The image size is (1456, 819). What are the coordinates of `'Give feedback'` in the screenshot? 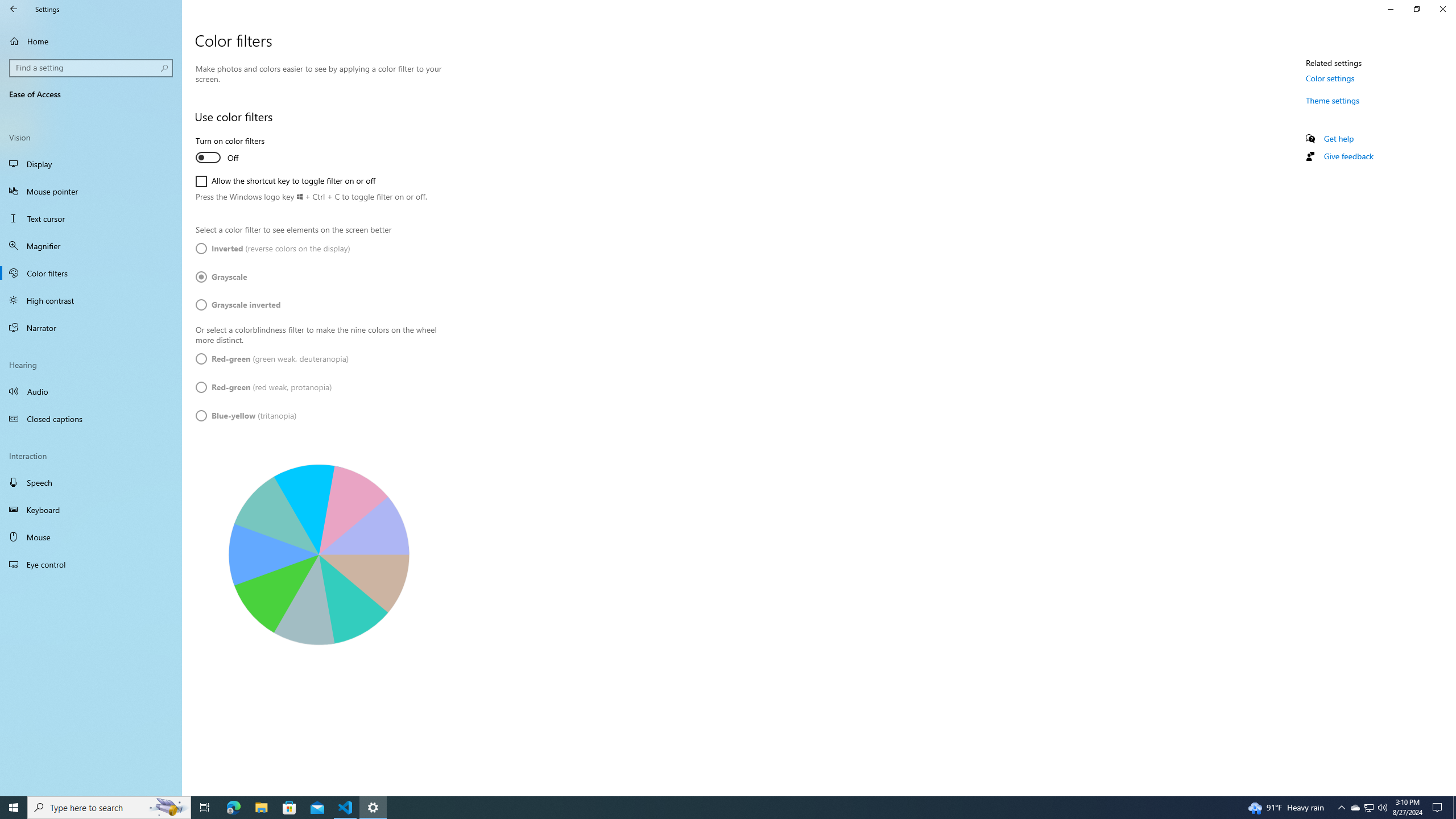 It's located at (1347, 155).